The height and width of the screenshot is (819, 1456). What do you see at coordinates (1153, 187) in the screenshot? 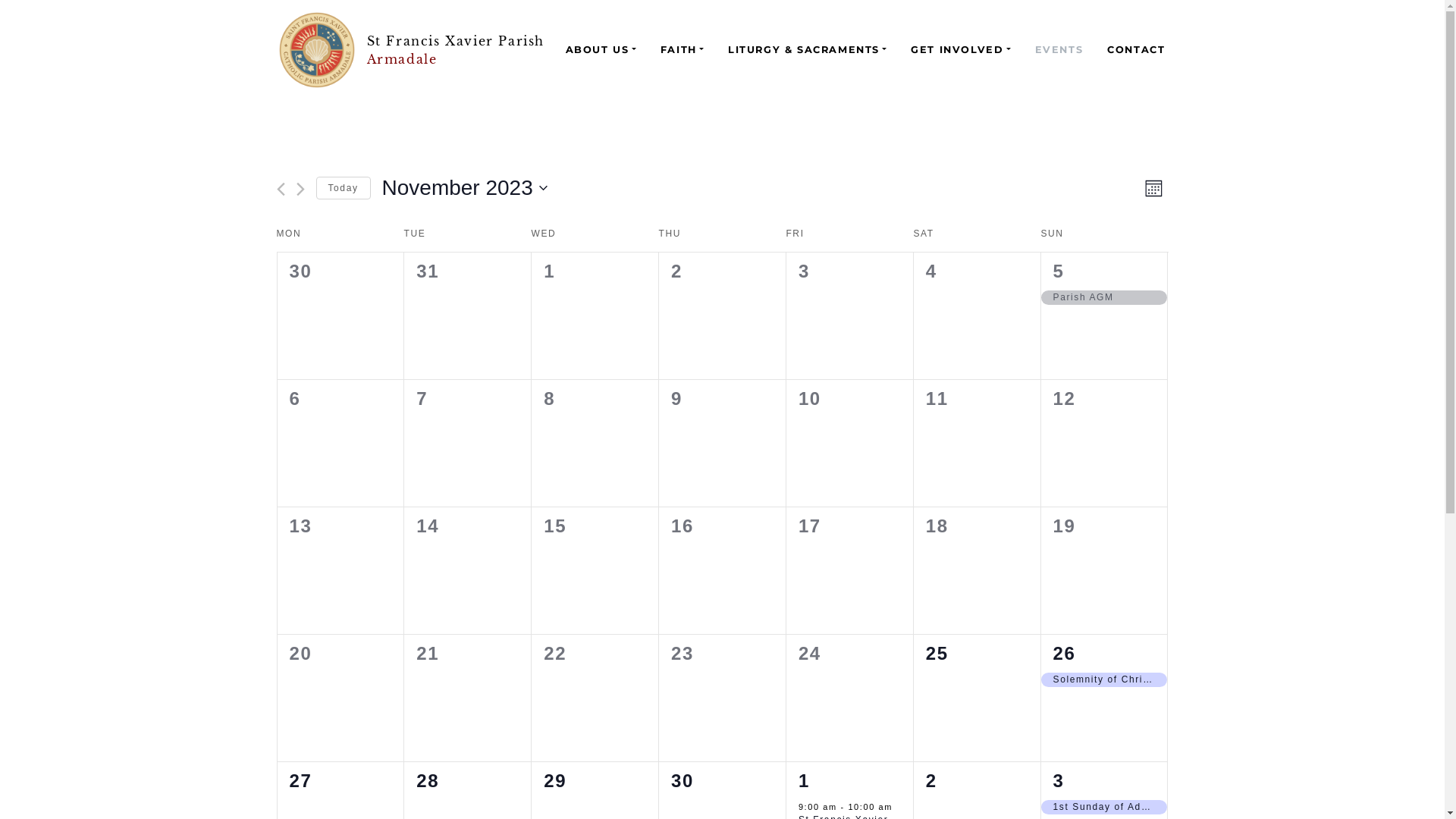
I see `'Month'` at bounding box center [1153, 187].